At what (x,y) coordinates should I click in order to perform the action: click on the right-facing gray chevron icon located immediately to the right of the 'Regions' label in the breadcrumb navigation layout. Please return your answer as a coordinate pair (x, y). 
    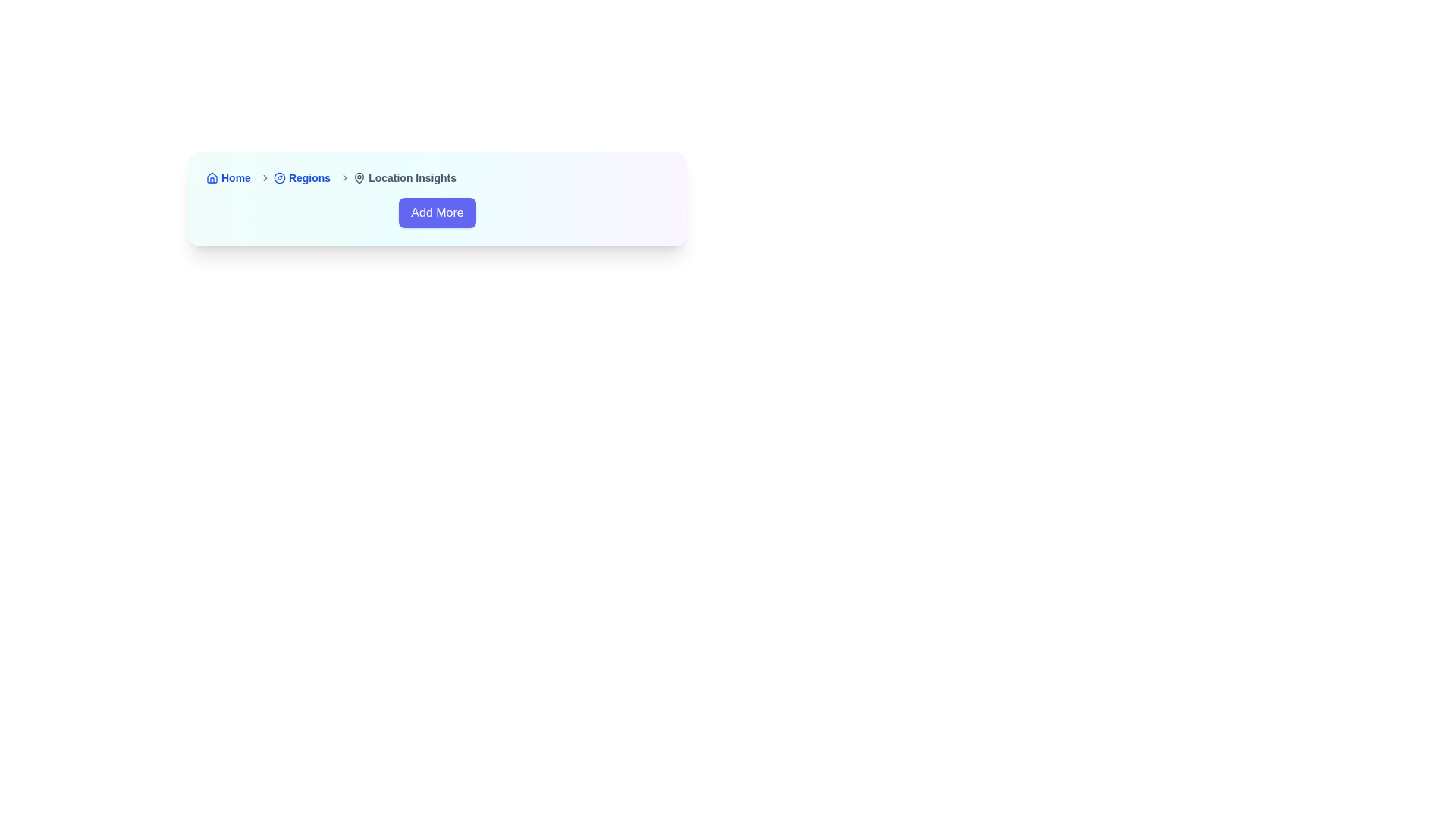
    Looking at the image, I should click on (265, 177).